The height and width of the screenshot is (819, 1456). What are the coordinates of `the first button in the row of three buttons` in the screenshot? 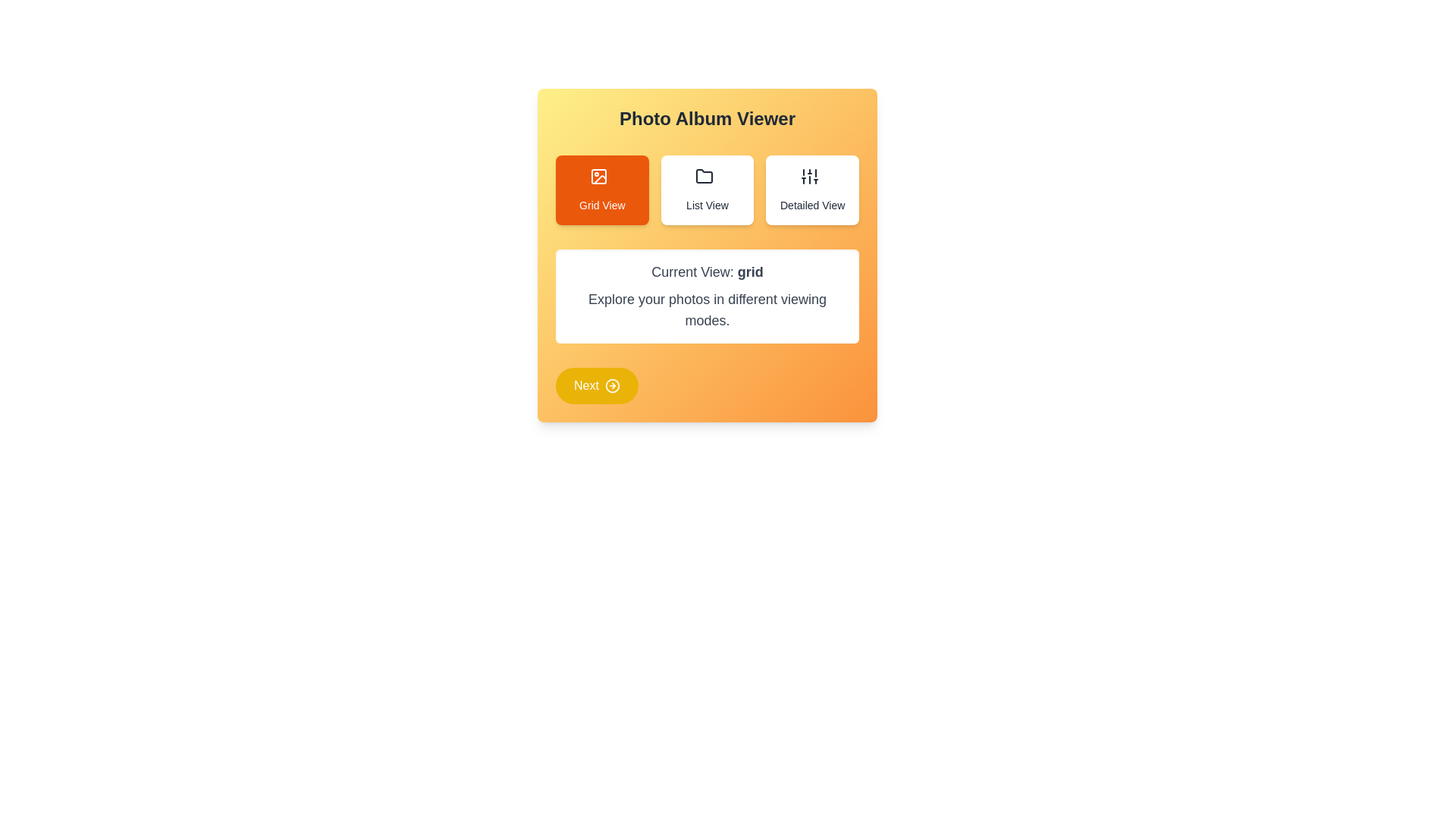 It's located at (601, 189).